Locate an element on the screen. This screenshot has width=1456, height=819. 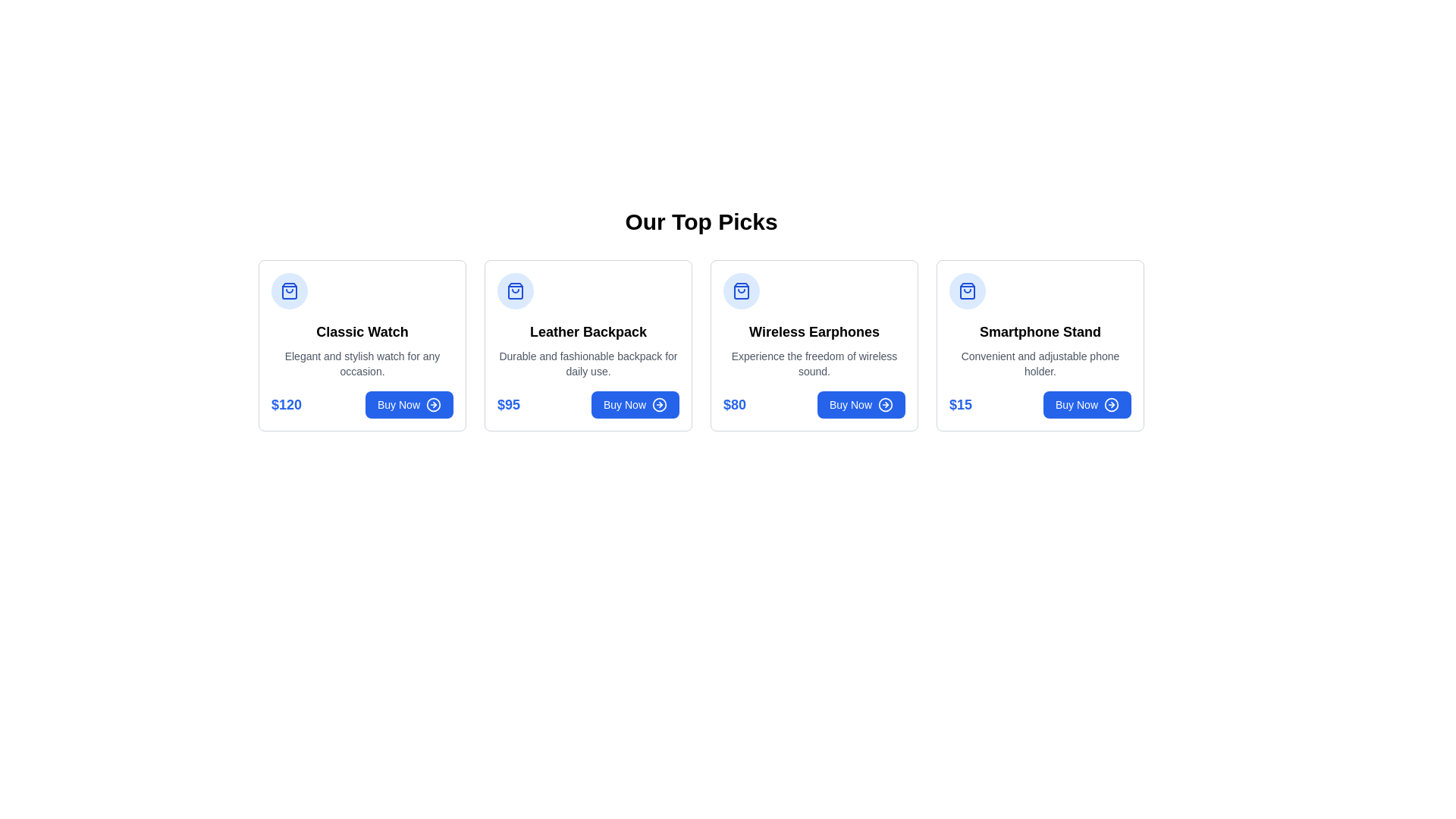
the circular indicator with a blue stroke located at the center-right of the Wireless Earphones product card is located at coordinates (885, 403).